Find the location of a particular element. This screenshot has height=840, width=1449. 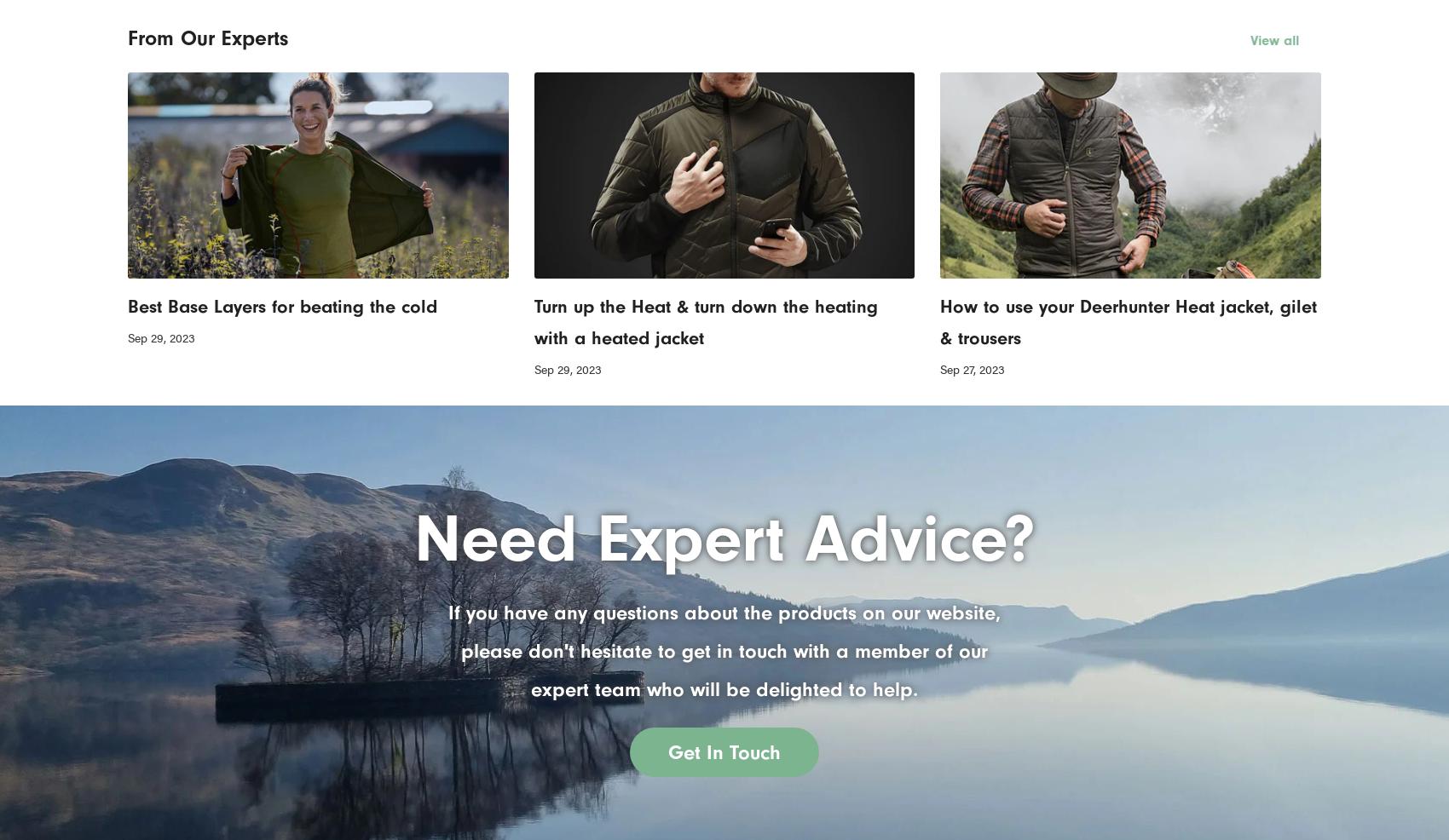

'View all' is located at coordinates (1298, 40).